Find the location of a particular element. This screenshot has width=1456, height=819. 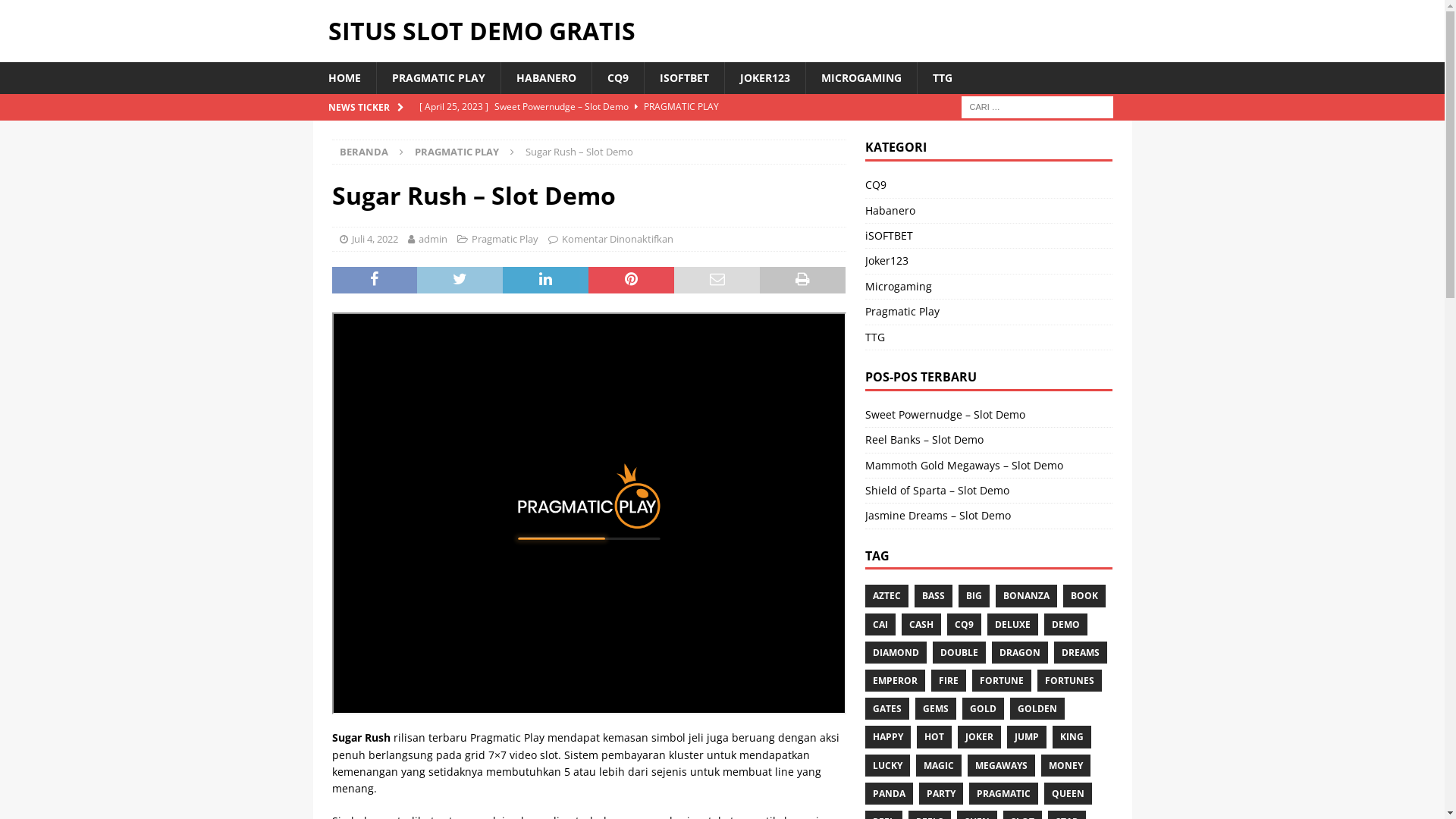

'Habanero' is located at coordinates (989, 210).